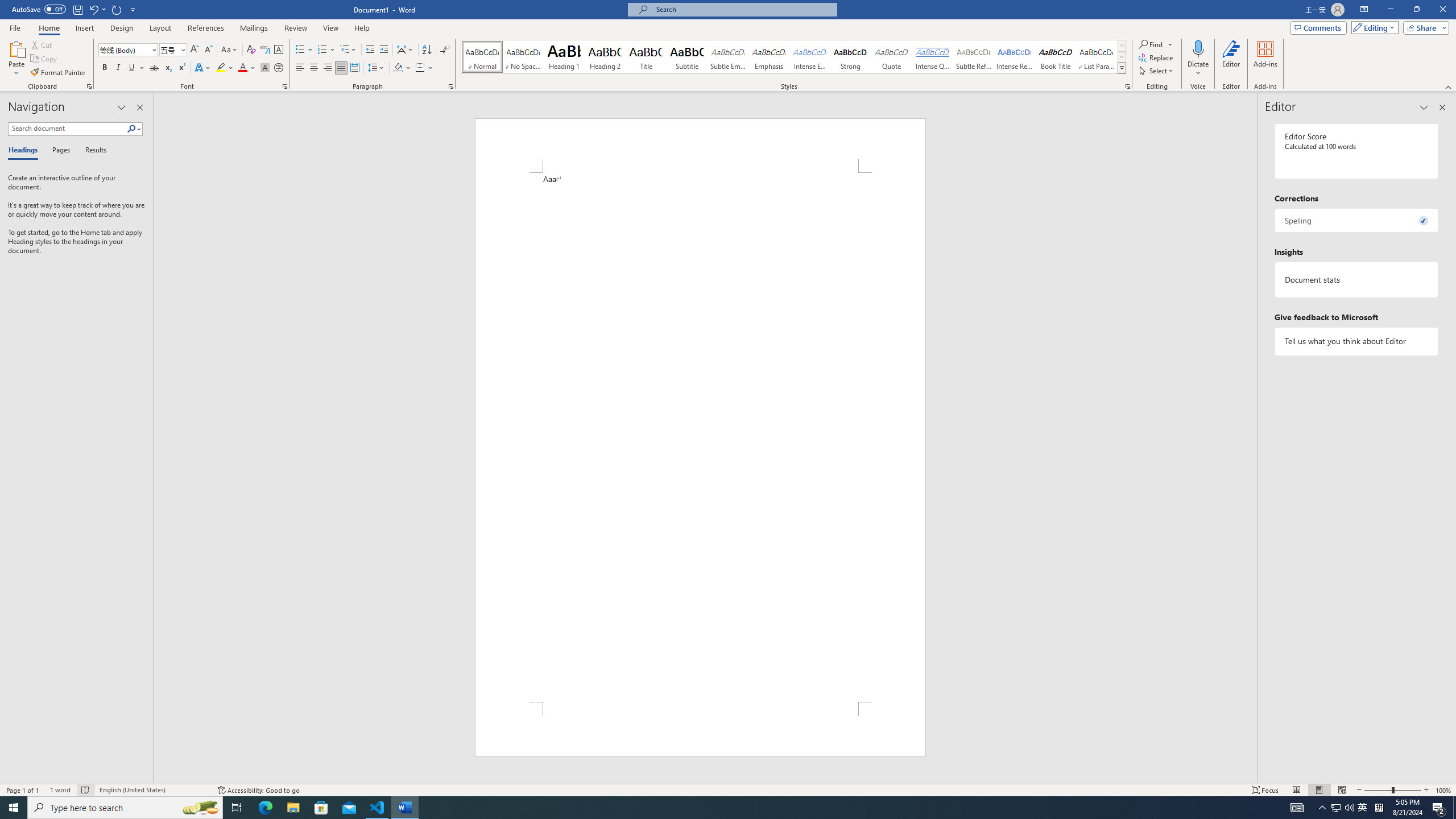 The image size is (1456, 819). Describe the element at coordinates (605, 56) in the screenshot. I see `'Heading 2'` at that location.